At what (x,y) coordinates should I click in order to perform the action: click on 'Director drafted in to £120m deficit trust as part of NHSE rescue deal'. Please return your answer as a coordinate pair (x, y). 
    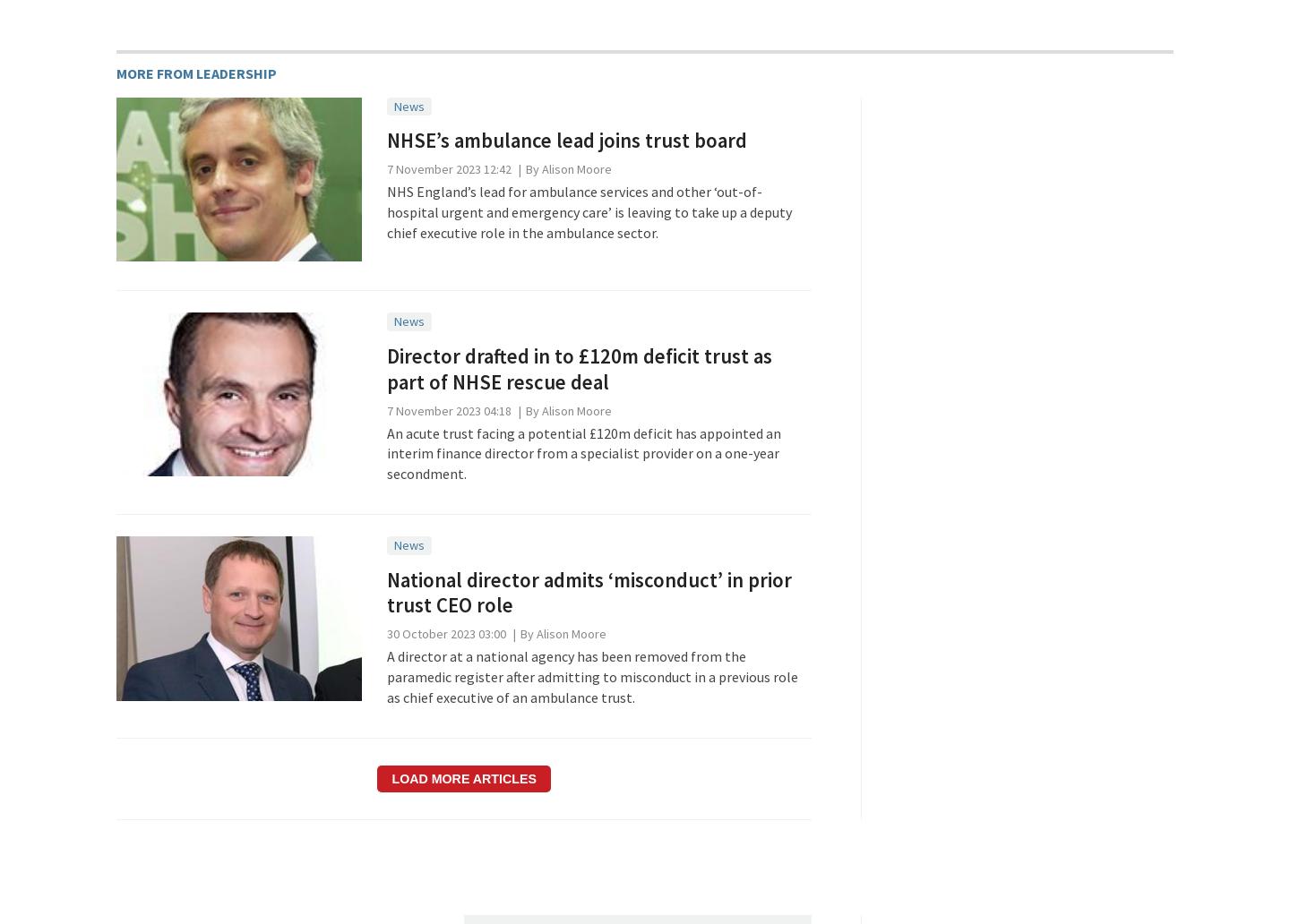
    Looking at the image, I should click on (577, 367).